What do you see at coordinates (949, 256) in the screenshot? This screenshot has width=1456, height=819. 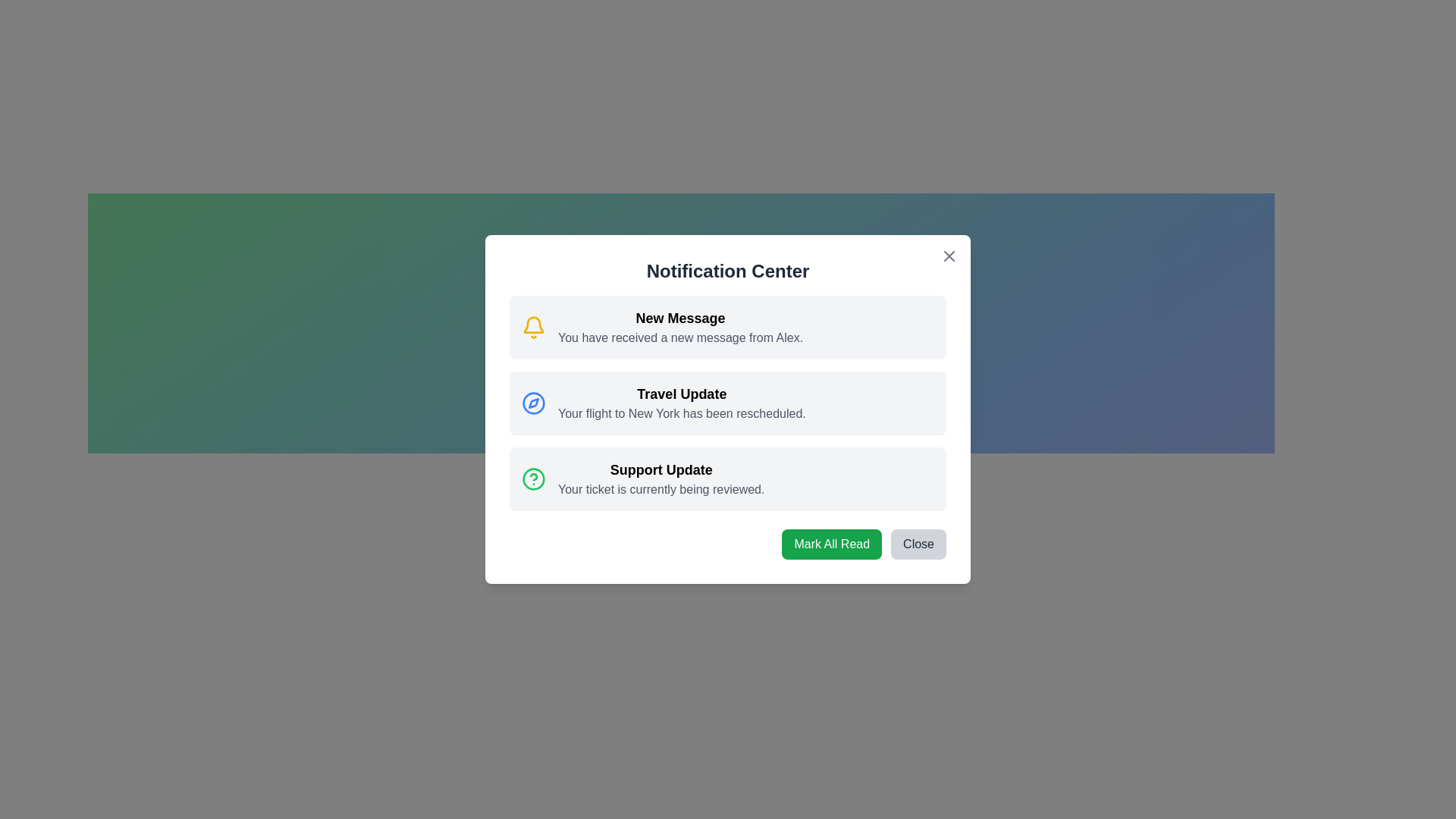 I see `the close icon button in the top-right corner of the 'Notification Center' modal to trigger visual feedback` at bounding box center [949, 256].